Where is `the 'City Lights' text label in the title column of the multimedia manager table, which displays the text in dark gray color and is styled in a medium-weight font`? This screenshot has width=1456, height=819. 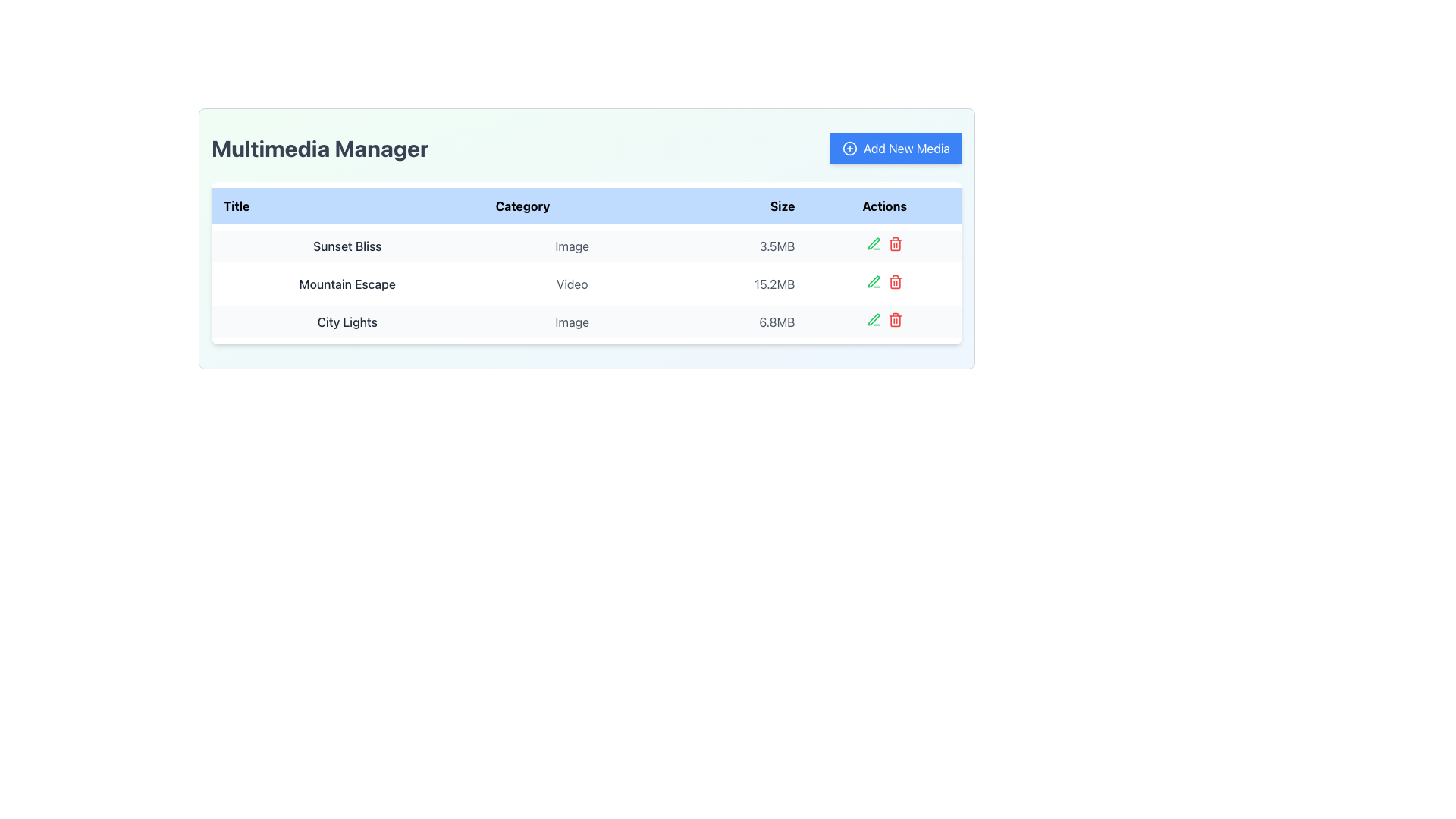 the 'City Lights' text label in the title column of the multimedia manager table, which displays the text in dark gray color and is styled in a medium-weight font is located at coordinates (347, 321).